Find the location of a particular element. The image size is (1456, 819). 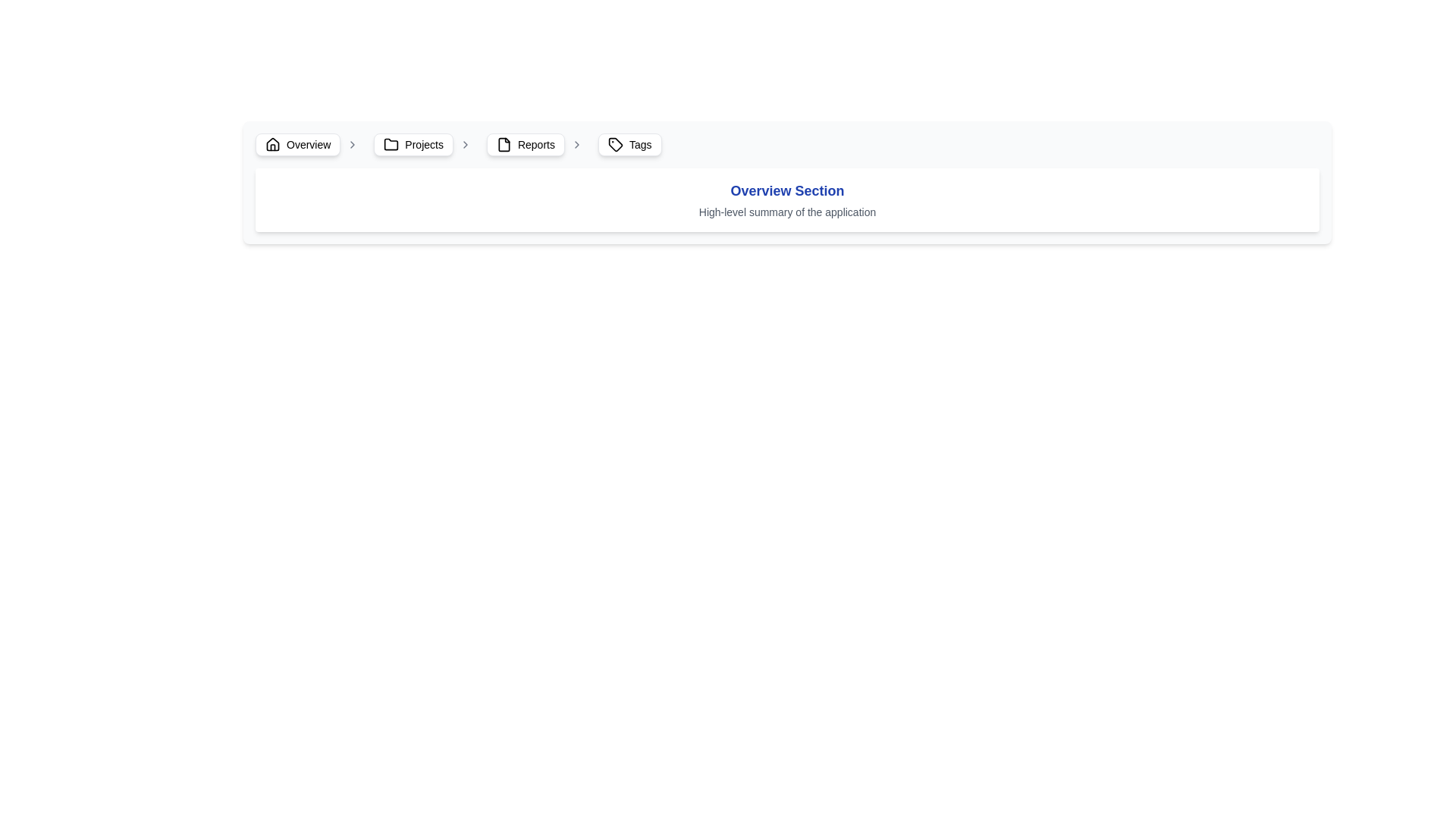

the 'Projects' navigation button in the breadcrumb component is located at coordinates (413, 145).